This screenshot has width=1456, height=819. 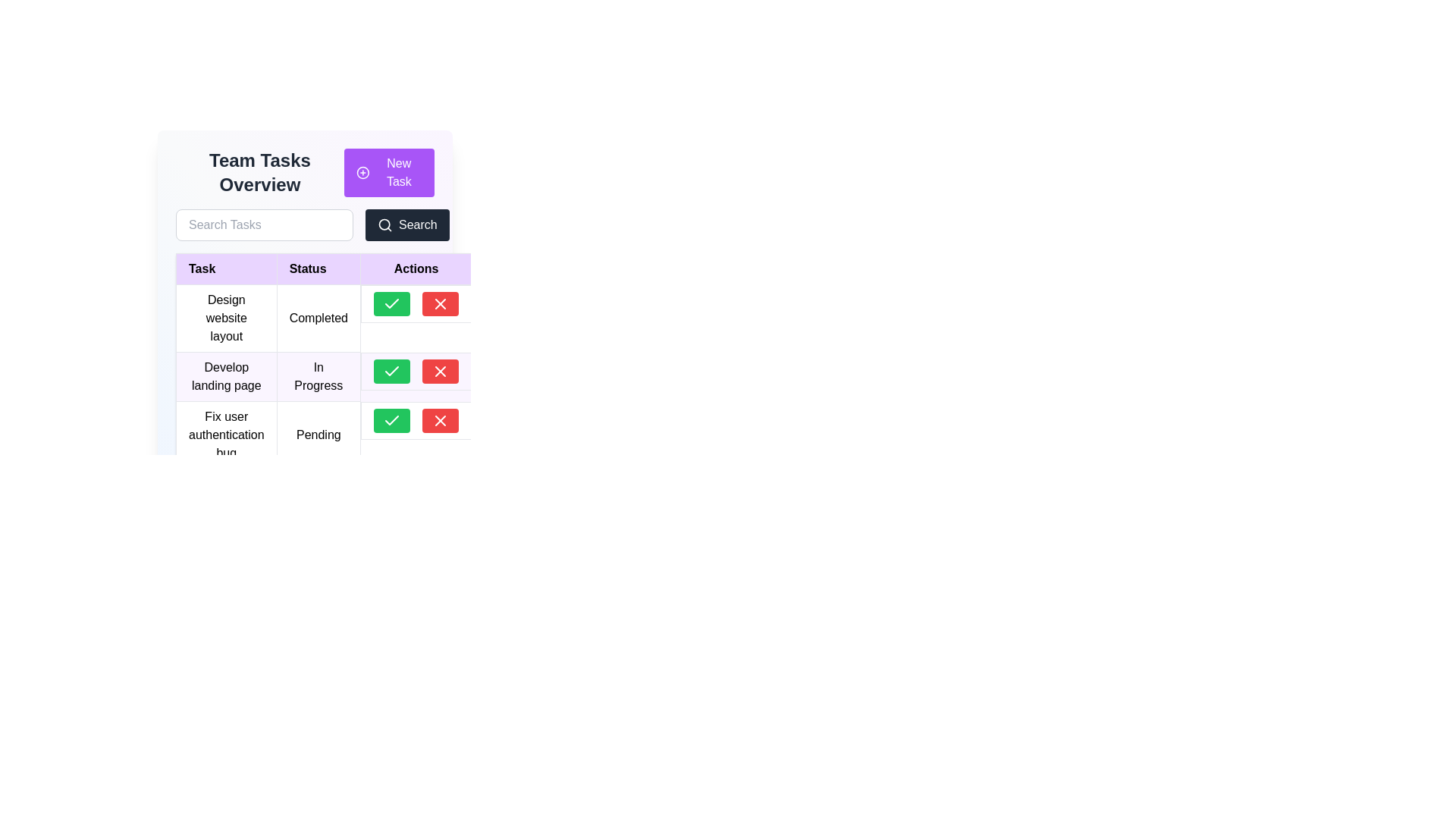 What do you see at coordinates (225, 435) in the screenshot?
I see `text displayed in the first cell of the third row in the 'Task' column, which shows 'Fix user authentication bug'` at bounding box center [225, 435].